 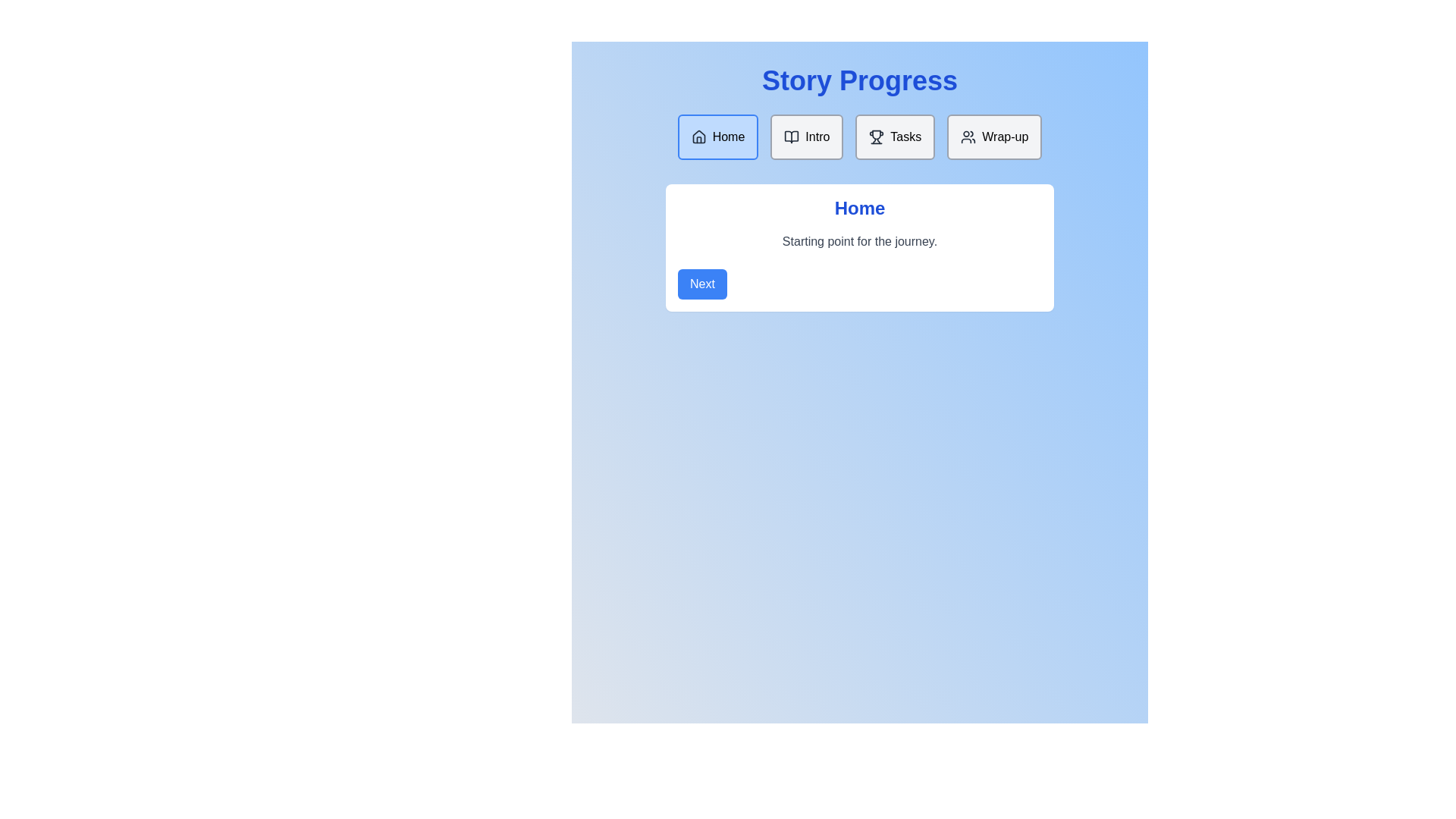 What do you see at coordinates (994, 137) in the screenshot?
I see `the navigation button corresponding to Wrap-up` at bounding box center [994, 137].